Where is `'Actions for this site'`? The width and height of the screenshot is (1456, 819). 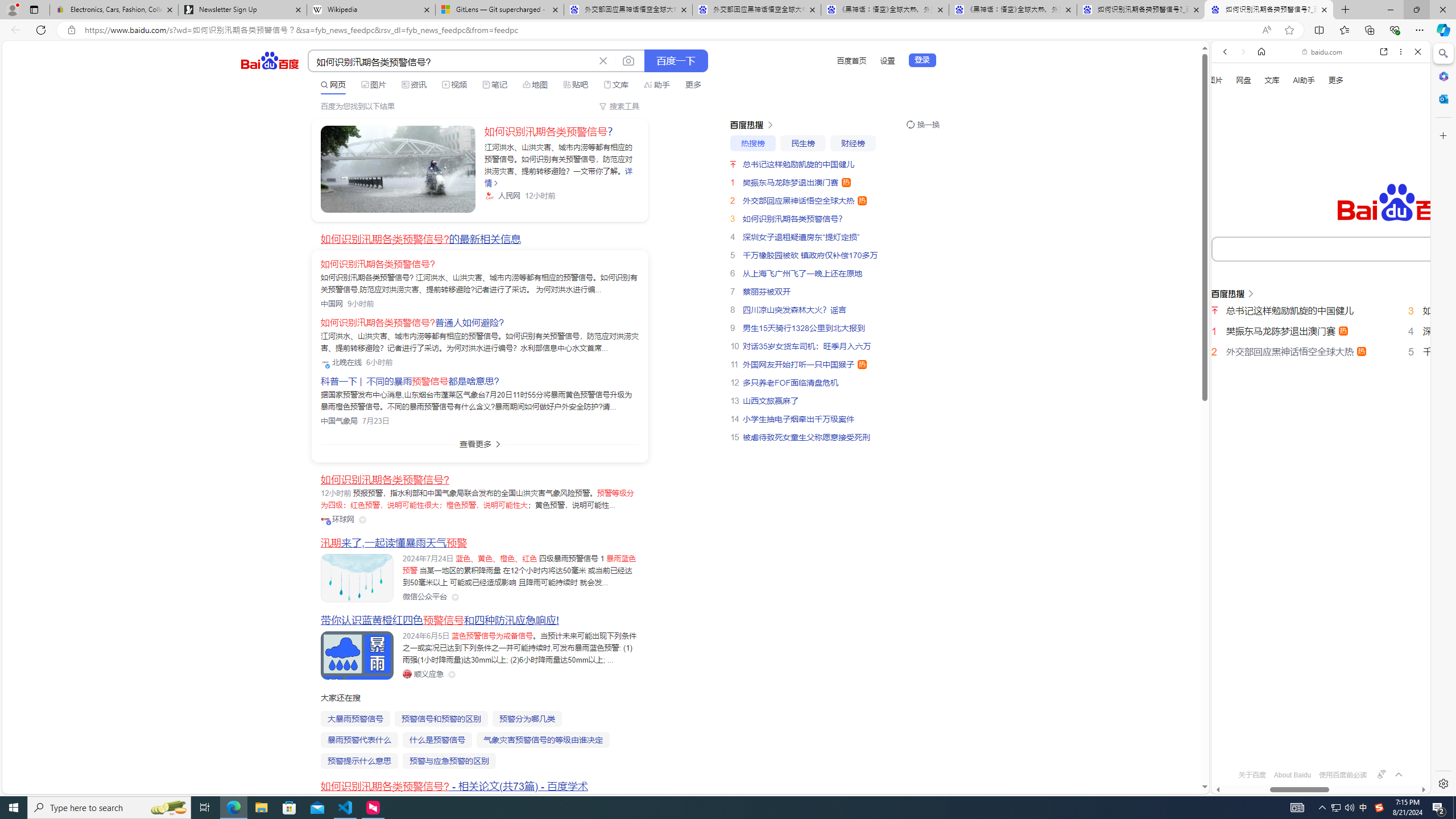 'Actions for this site' is located at coordinates (1381, 514).